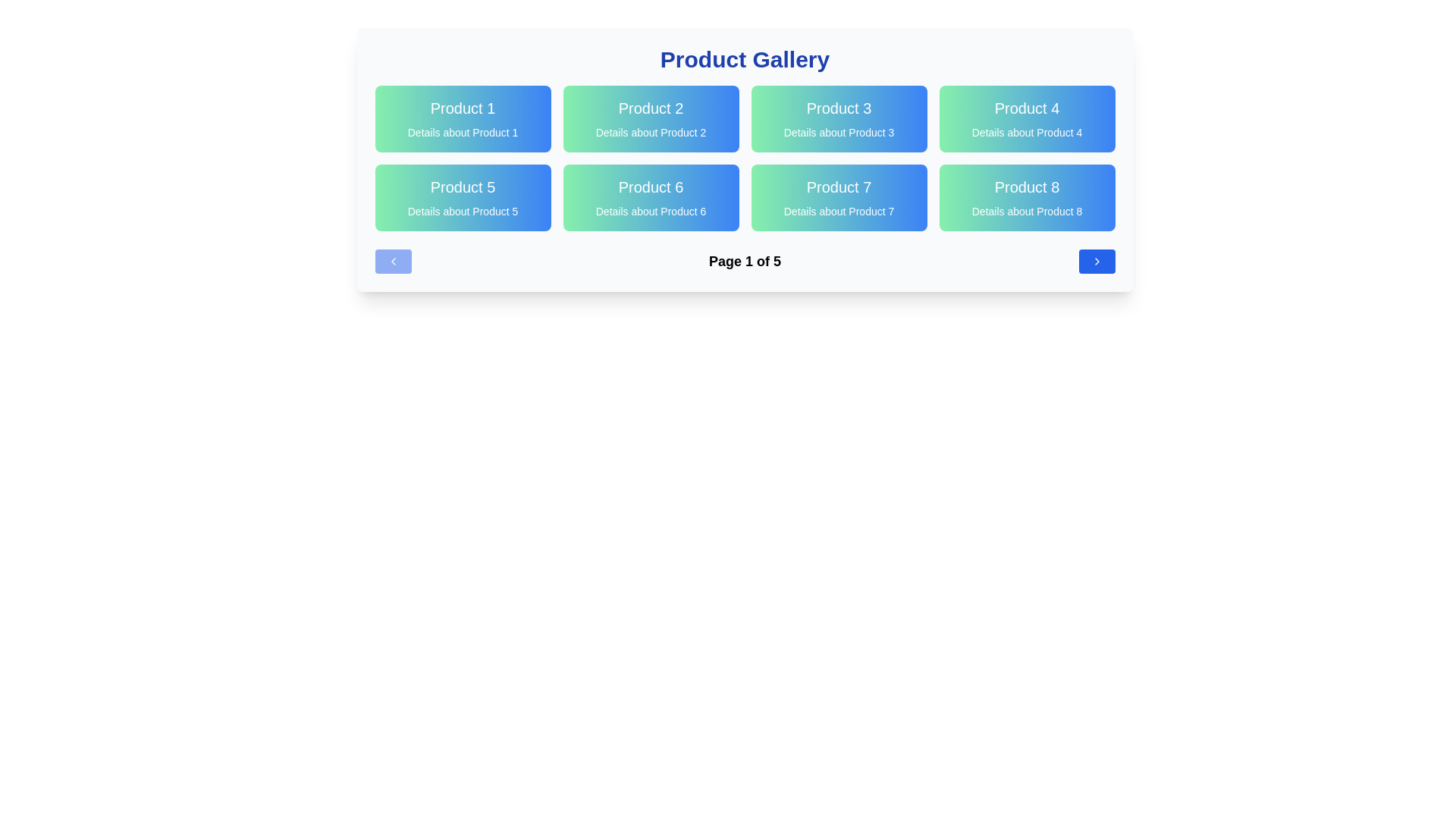 This screenshot has height=819, width=1456. What do you see at coordinates (393, 260) in the screenshot?
I see `the left-pointing chevron button located at the far-left of the pagination control section` at bounding box center [393, 260].